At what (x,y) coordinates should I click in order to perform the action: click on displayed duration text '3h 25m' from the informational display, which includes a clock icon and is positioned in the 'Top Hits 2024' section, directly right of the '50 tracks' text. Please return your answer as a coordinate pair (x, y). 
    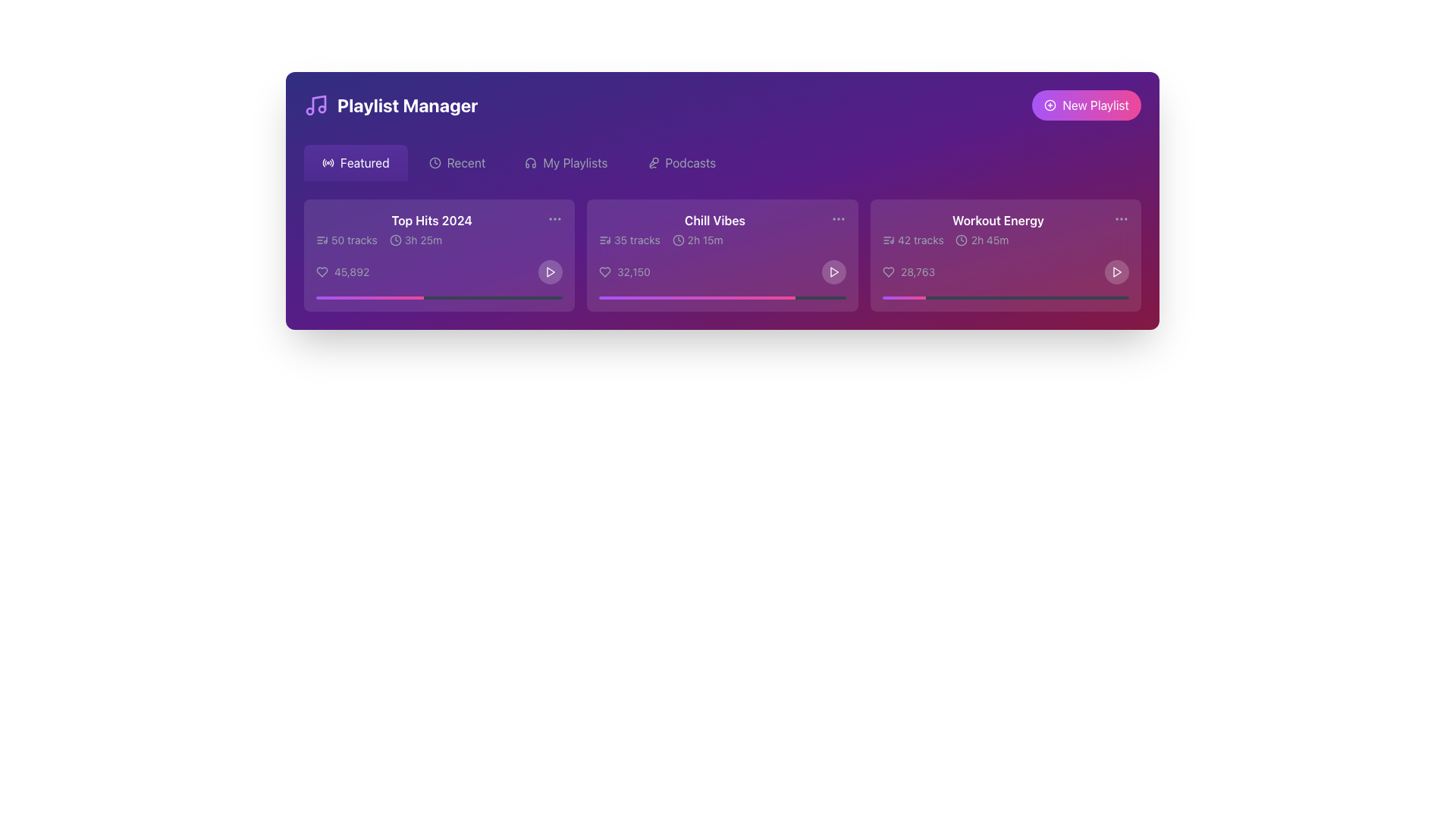
    Looking at the image, I should click on (416, 239).